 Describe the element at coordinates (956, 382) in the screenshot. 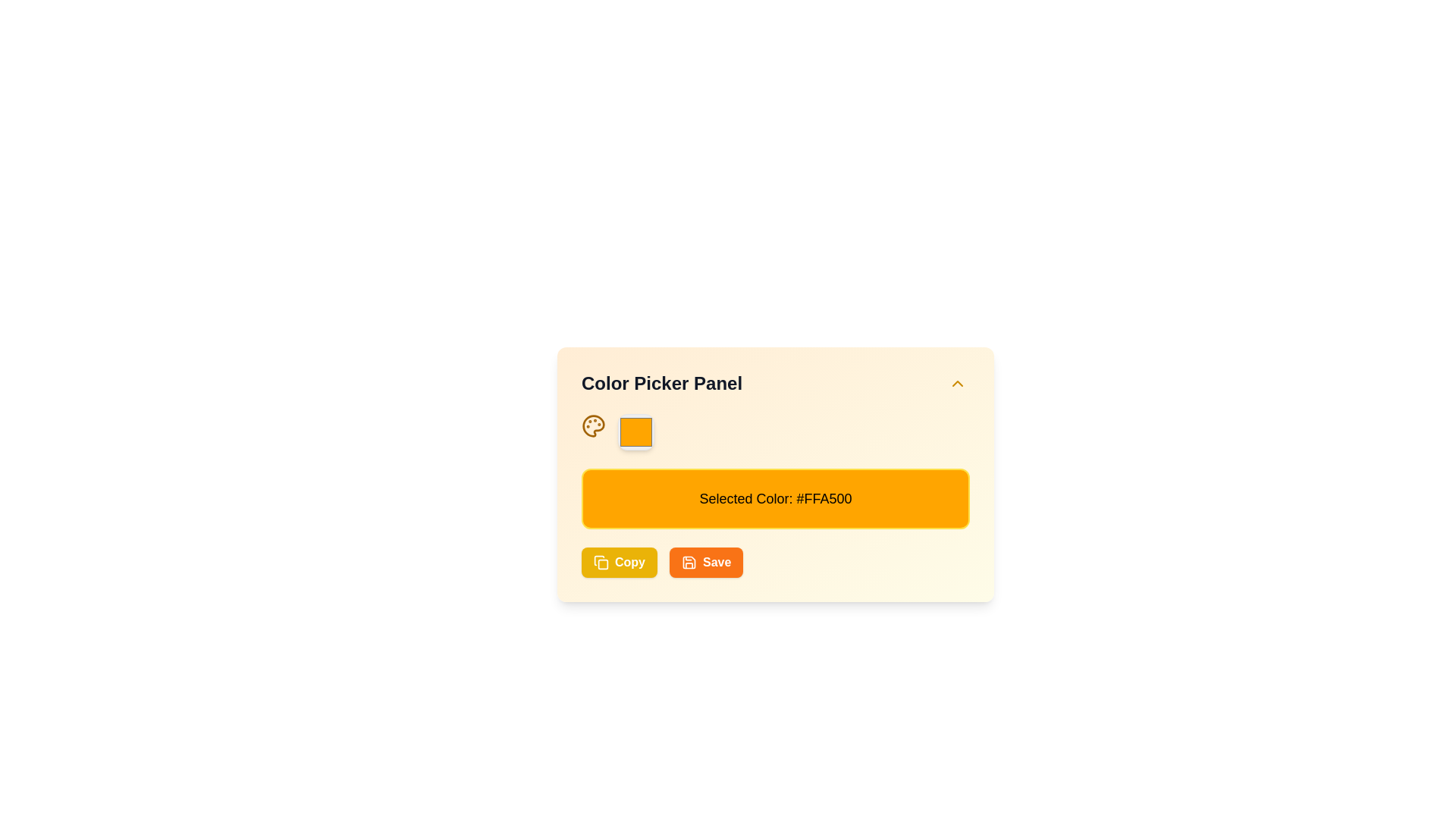

I see `the chevron toggle button located in the top-right corner of the 'Color Picker Panel'` at that location.